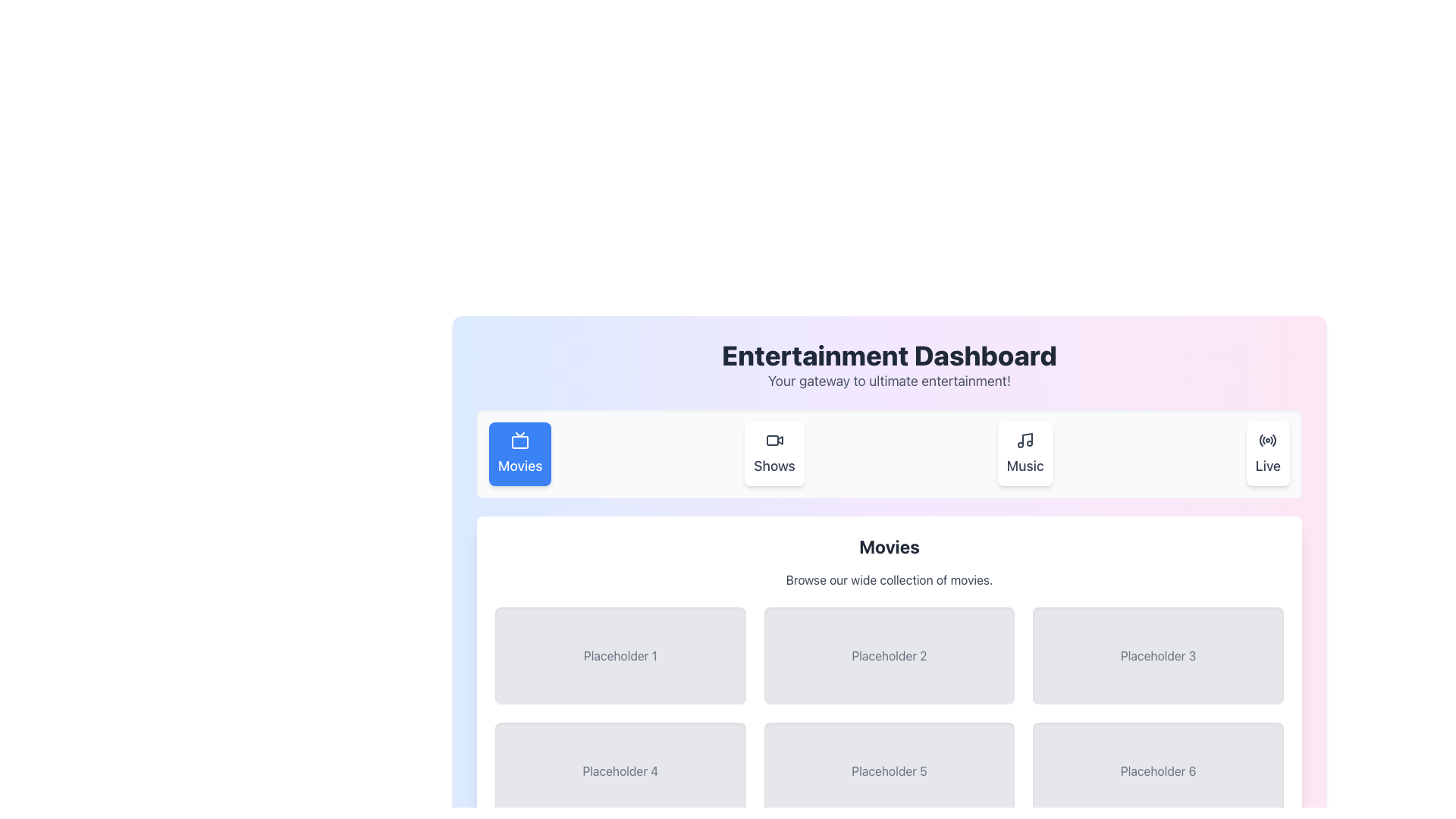  I want to click on the Placeholder box located, so click(620, 654).